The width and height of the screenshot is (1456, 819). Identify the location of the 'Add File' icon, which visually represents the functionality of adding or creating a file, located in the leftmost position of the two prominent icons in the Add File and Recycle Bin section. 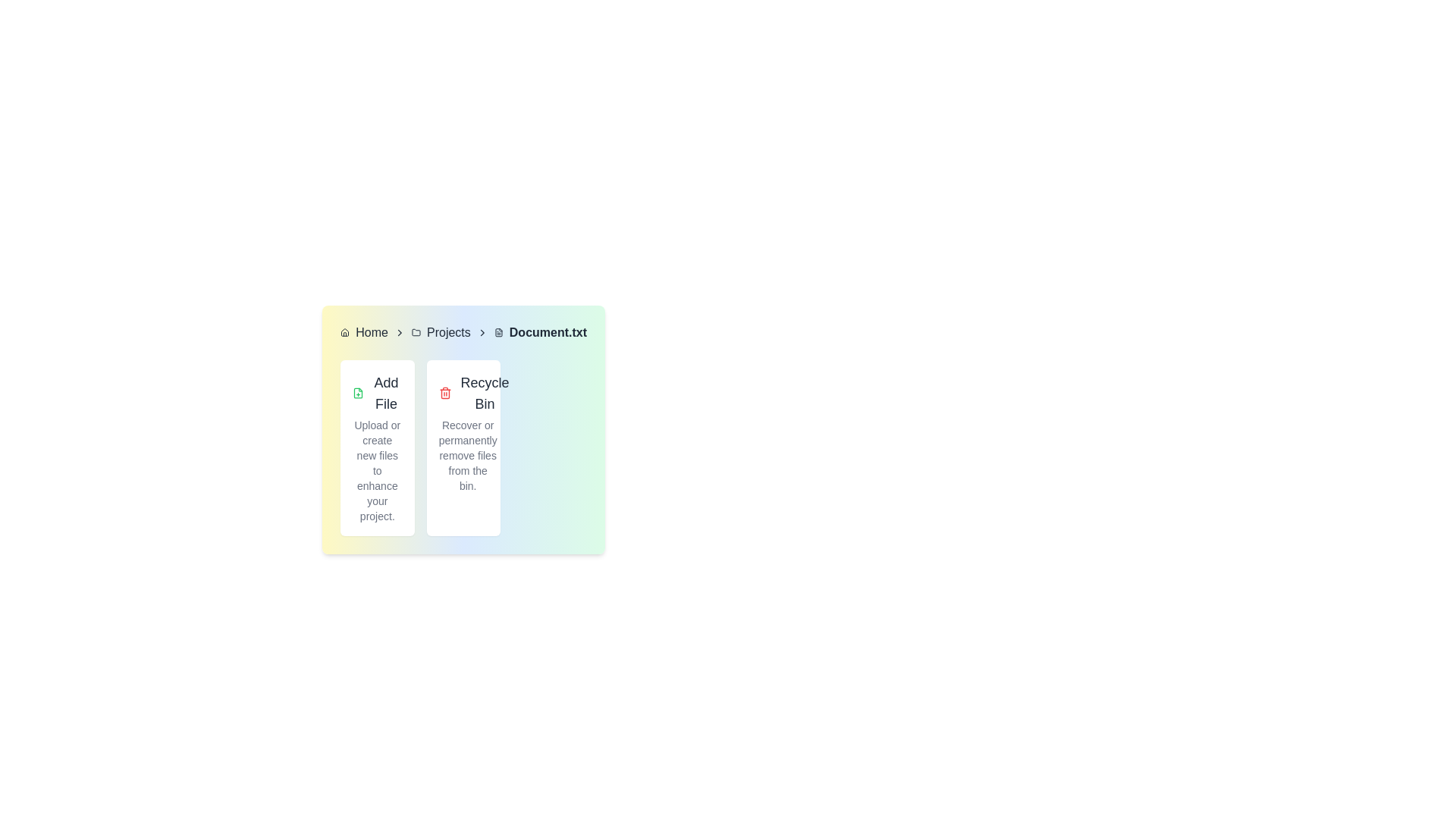
(357, 393).